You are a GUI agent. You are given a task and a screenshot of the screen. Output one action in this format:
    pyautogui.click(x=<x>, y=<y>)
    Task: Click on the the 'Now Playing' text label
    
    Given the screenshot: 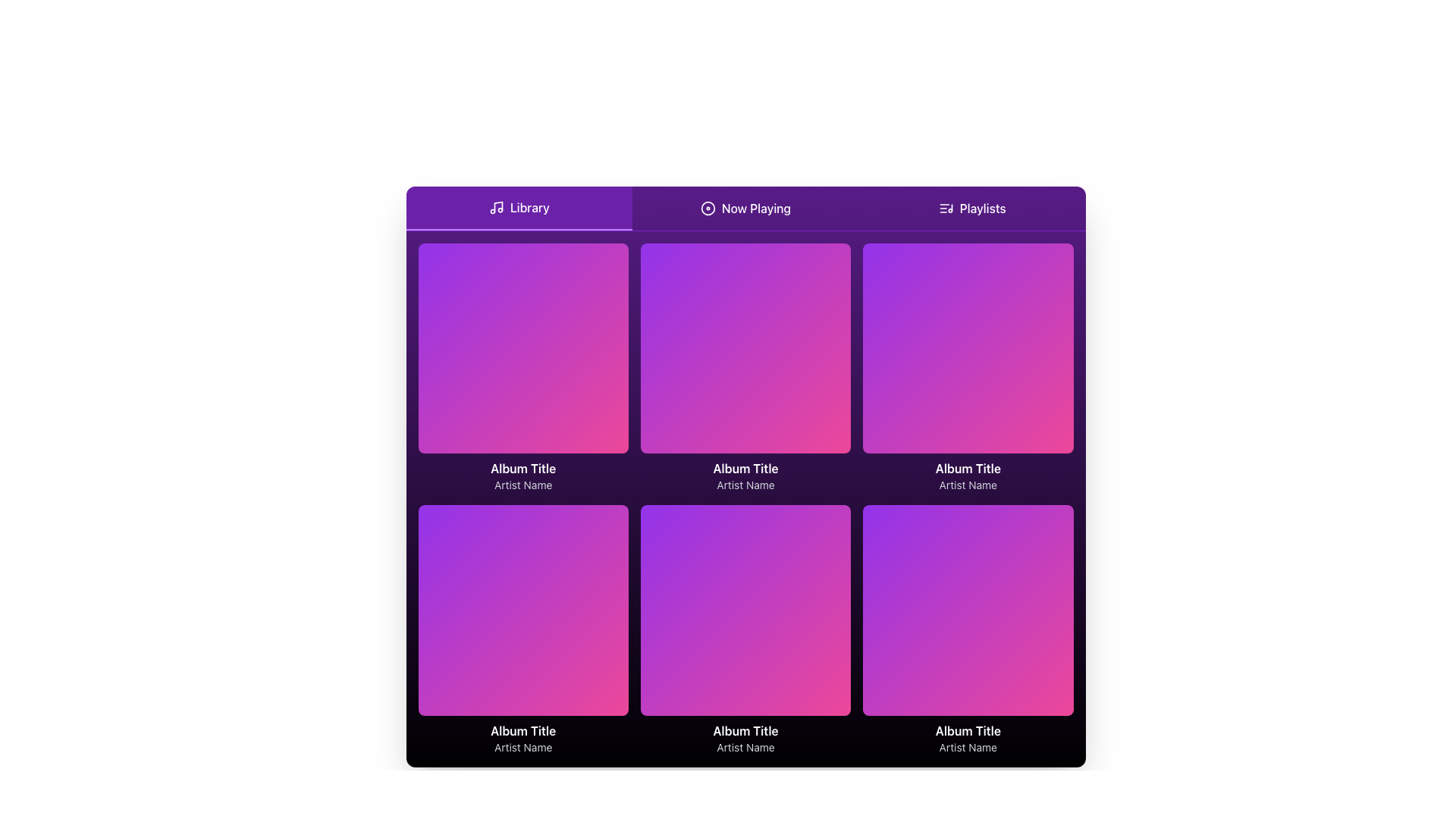 What is the action you would take?
    pyautogui.click(x=756, y=208)
    